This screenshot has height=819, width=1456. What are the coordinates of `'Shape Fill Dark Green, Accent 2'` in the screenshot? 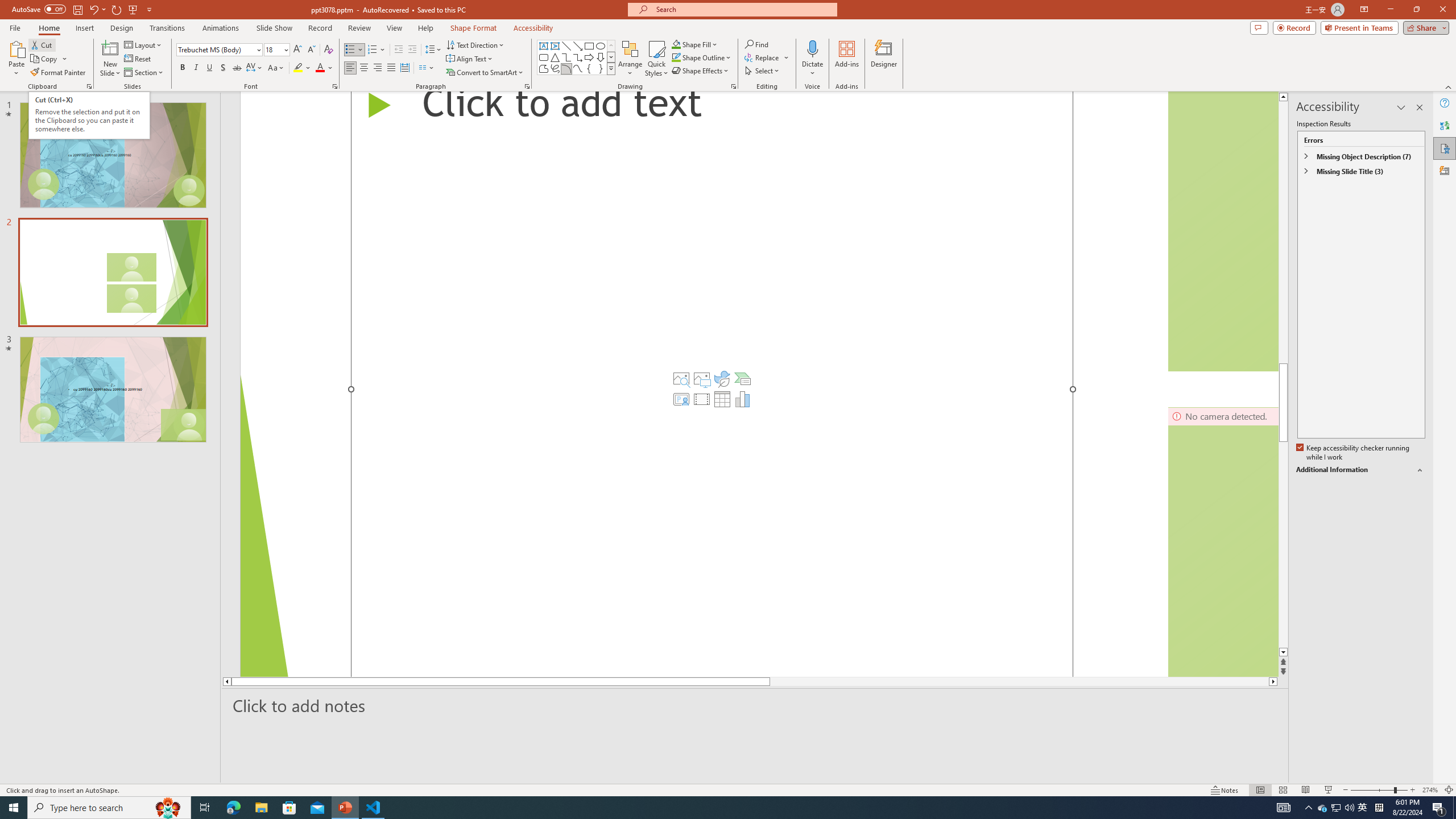 It's located at (676, 44).